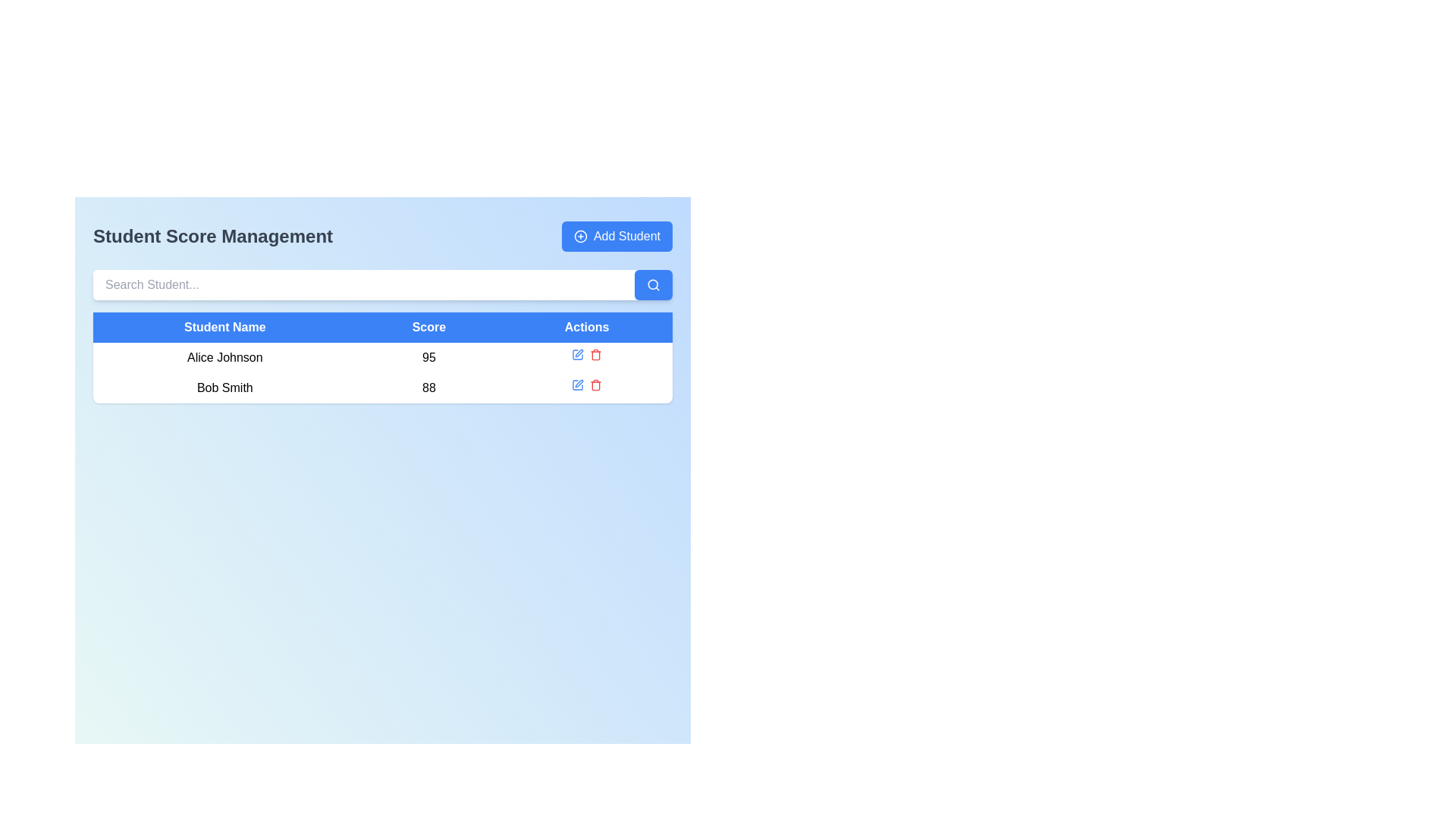 The width and height of the screenshot is (1456, 819). I want to click on the header label indicating student names in the first column of the table, so click(224, 327).